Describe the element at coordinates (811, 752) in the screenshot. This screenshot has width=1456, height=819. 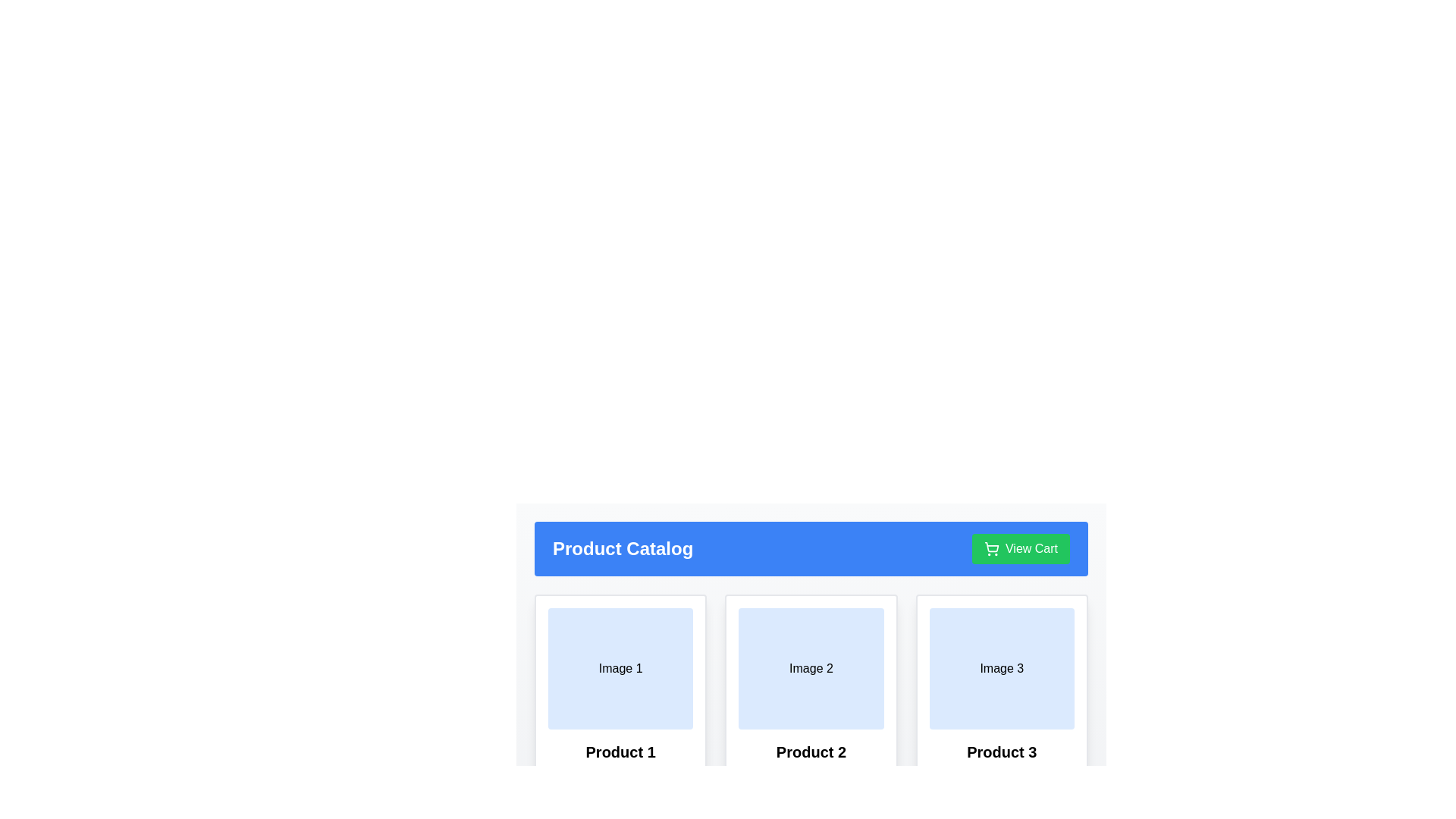
I see `text content of the Text Label that identifies the product, located at the bottom center of the second card in a horizontal sequence of three cards` at that location.